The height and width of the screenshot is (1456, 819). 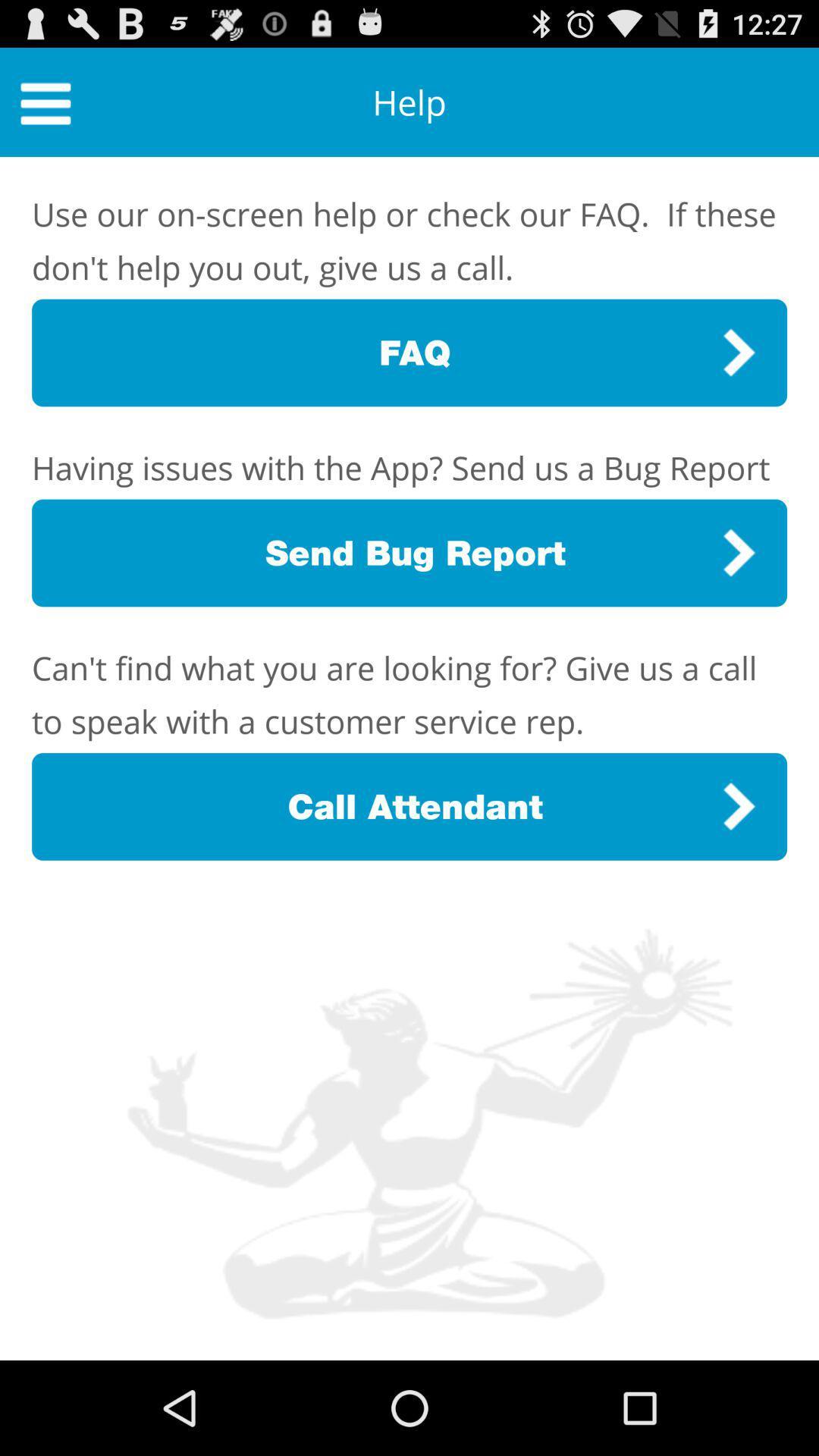 I want to click on the menu icon, so click(x=45, y=108).